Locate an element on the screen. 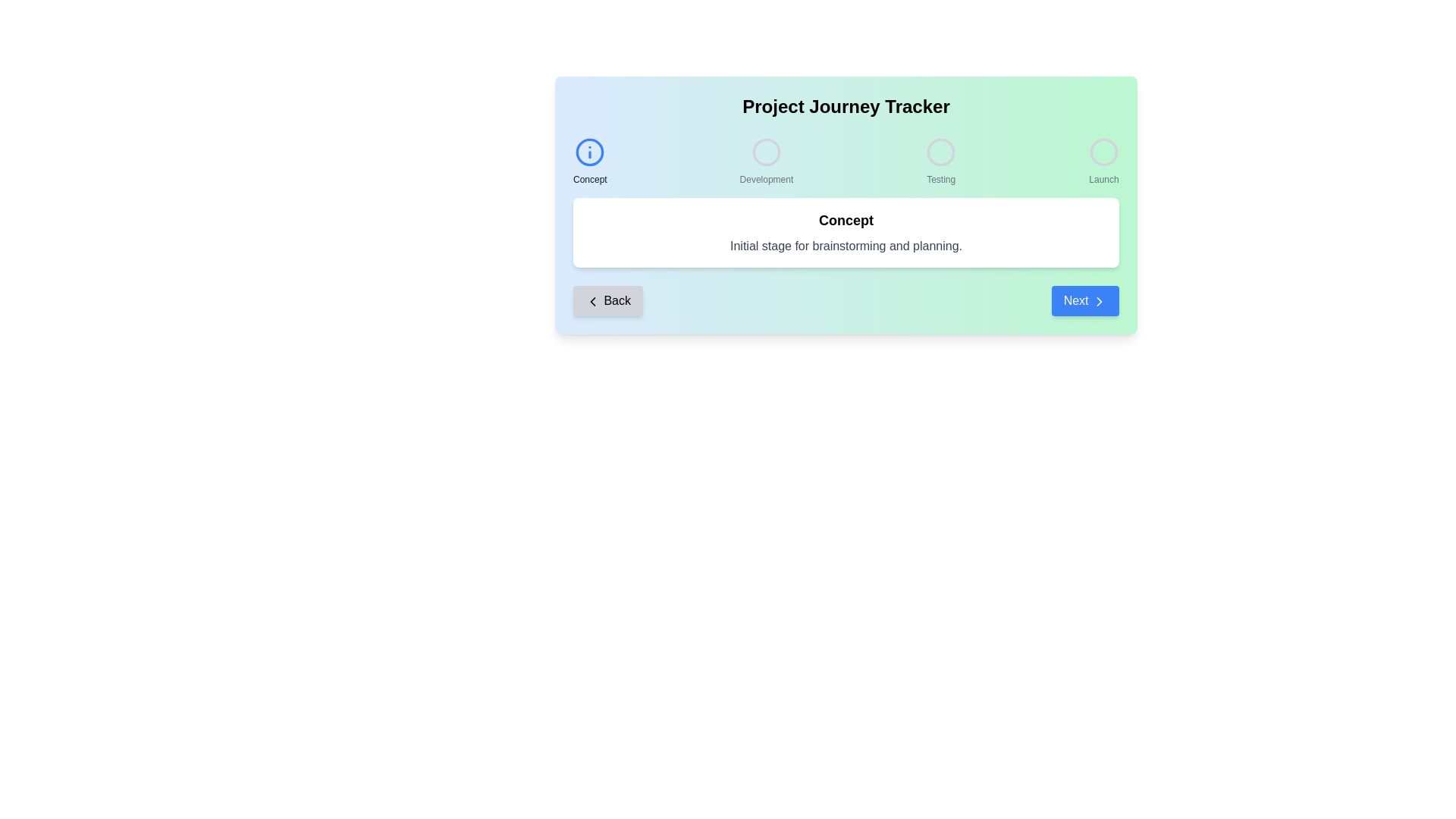 Image resolution: width=1456 pixels, height=819 pixels. the chevron arrow icon located inside the blue 'Next' button at the bottom-right corner of the main card section, which indicates forward navigation is located at coordinates (1099, 301).